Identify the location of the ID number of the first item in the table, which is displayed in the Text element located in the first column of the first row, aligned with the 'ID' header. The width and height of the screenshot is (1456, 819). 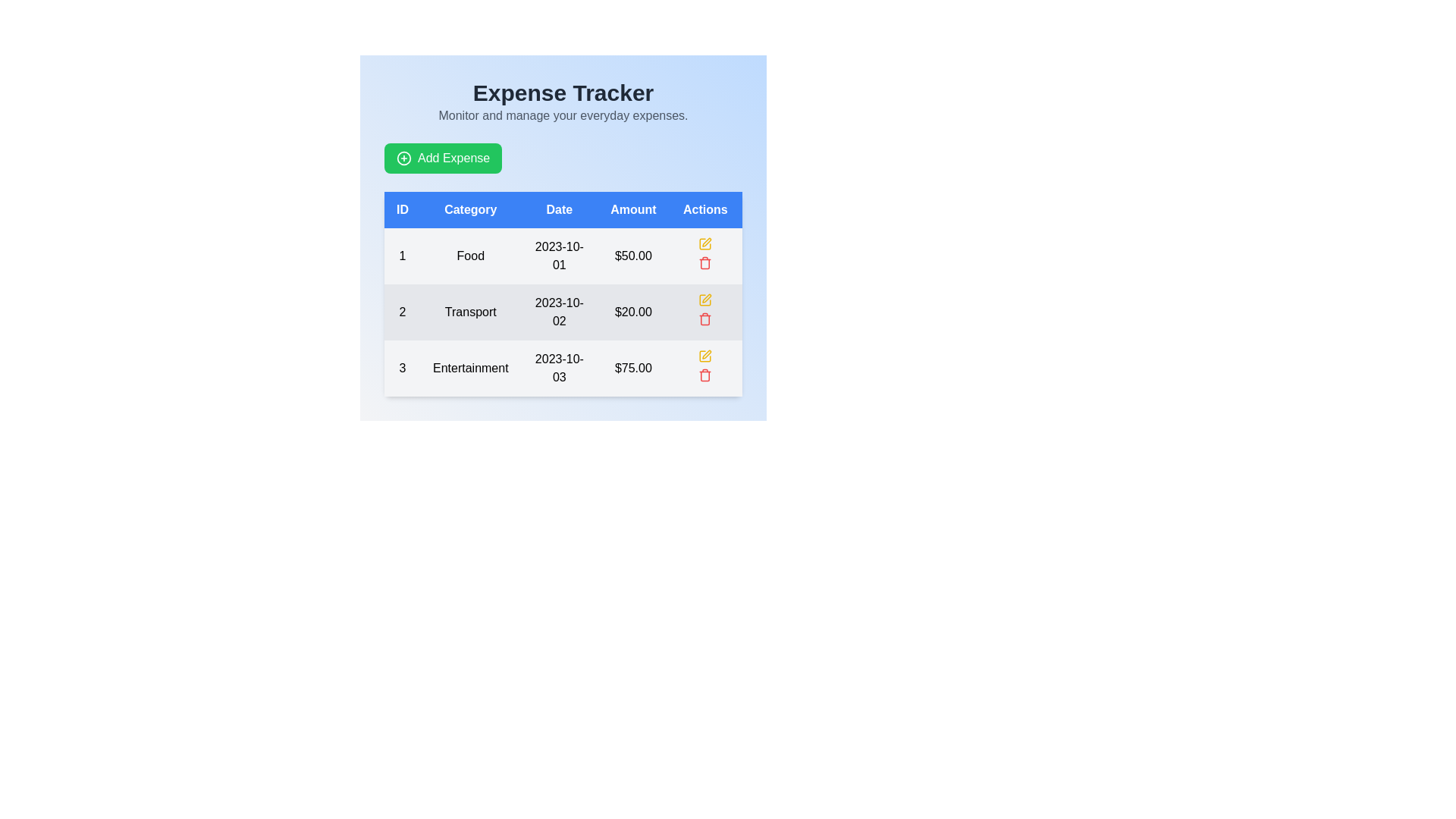
(403, 256).